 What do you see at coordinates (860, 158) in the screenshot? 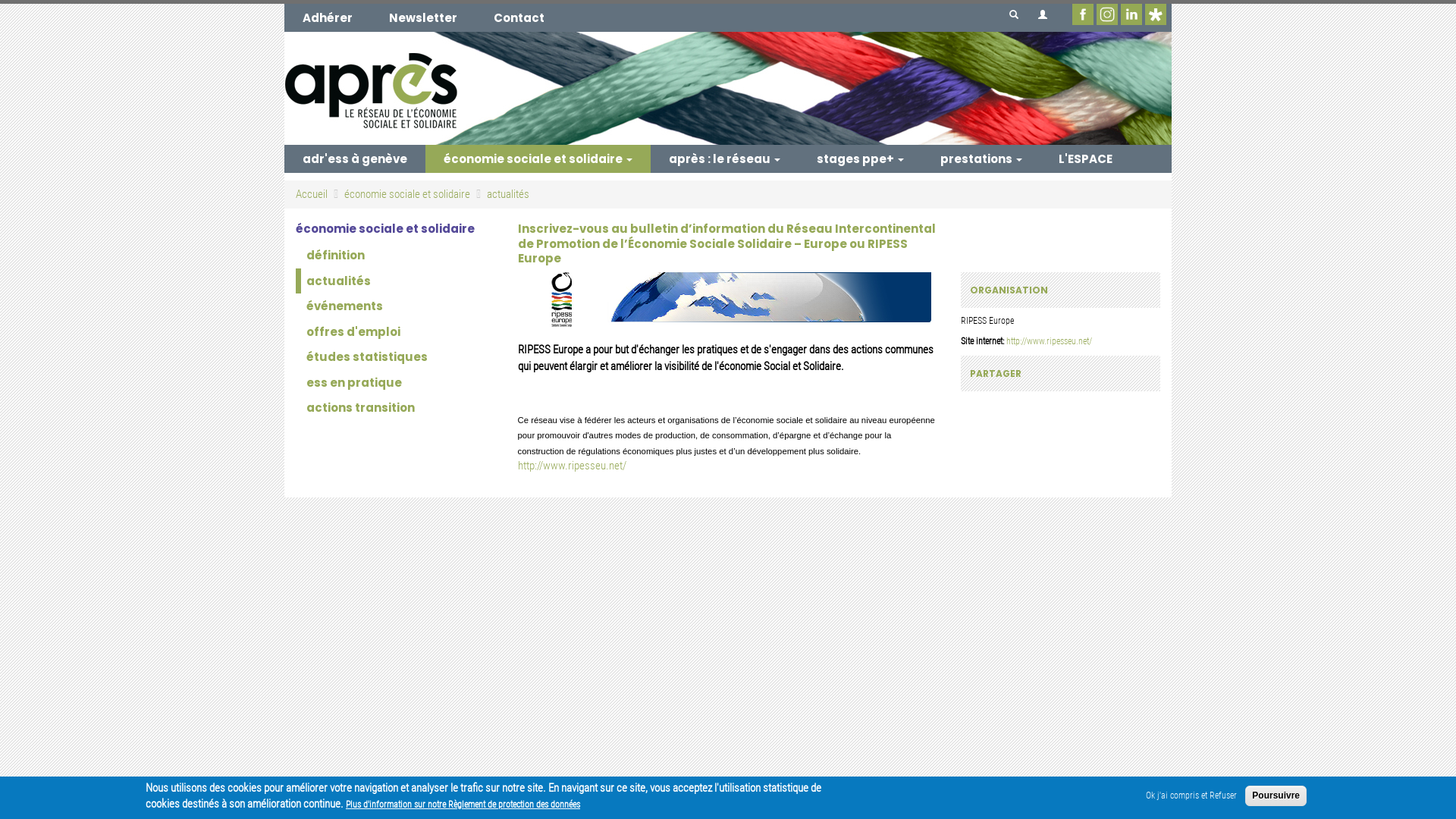
I see `'stages ppe+'` at bounding box center [860, 158].